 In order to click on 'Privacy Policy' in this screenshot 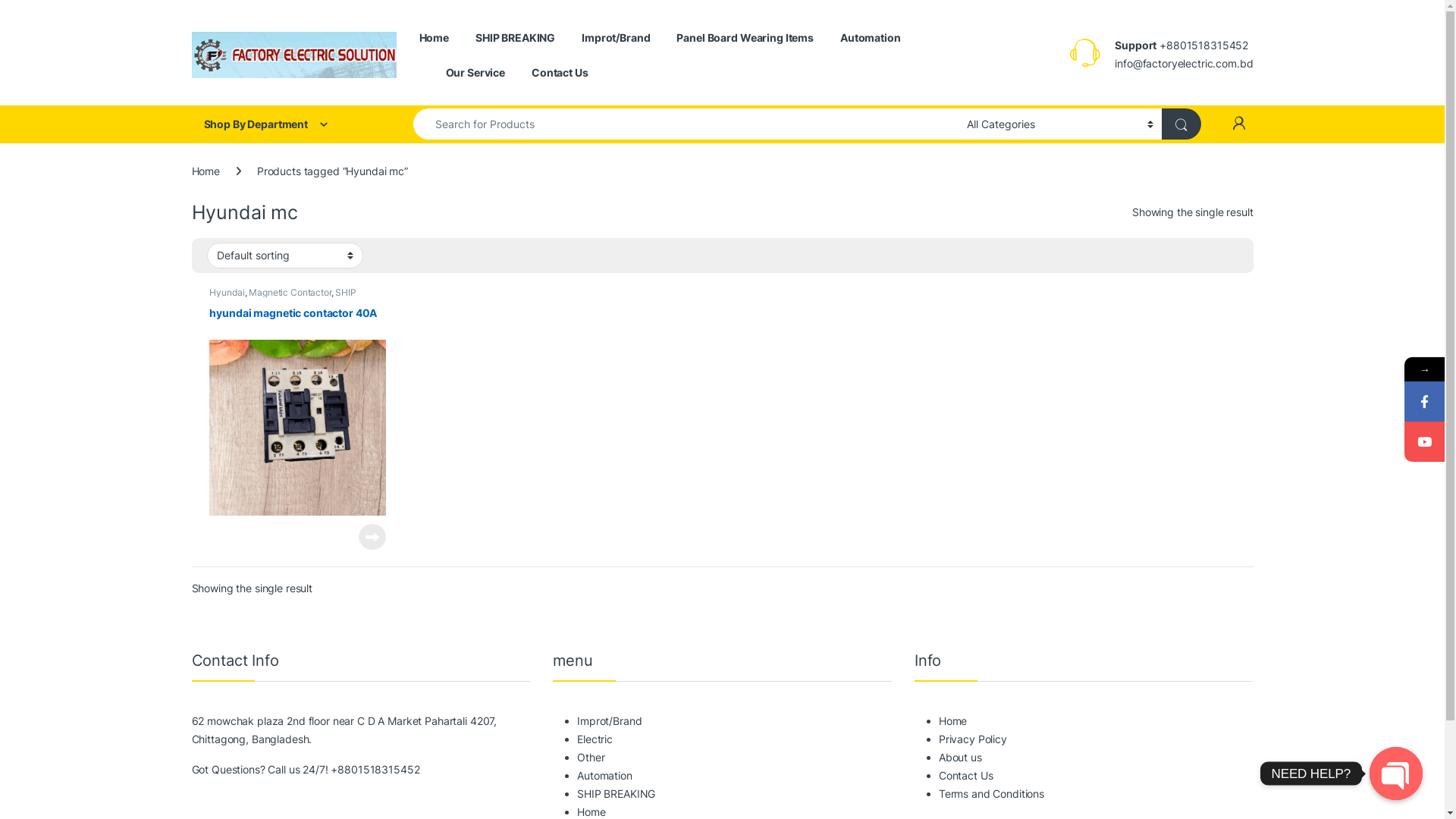, I will do `click(972, 738)`.